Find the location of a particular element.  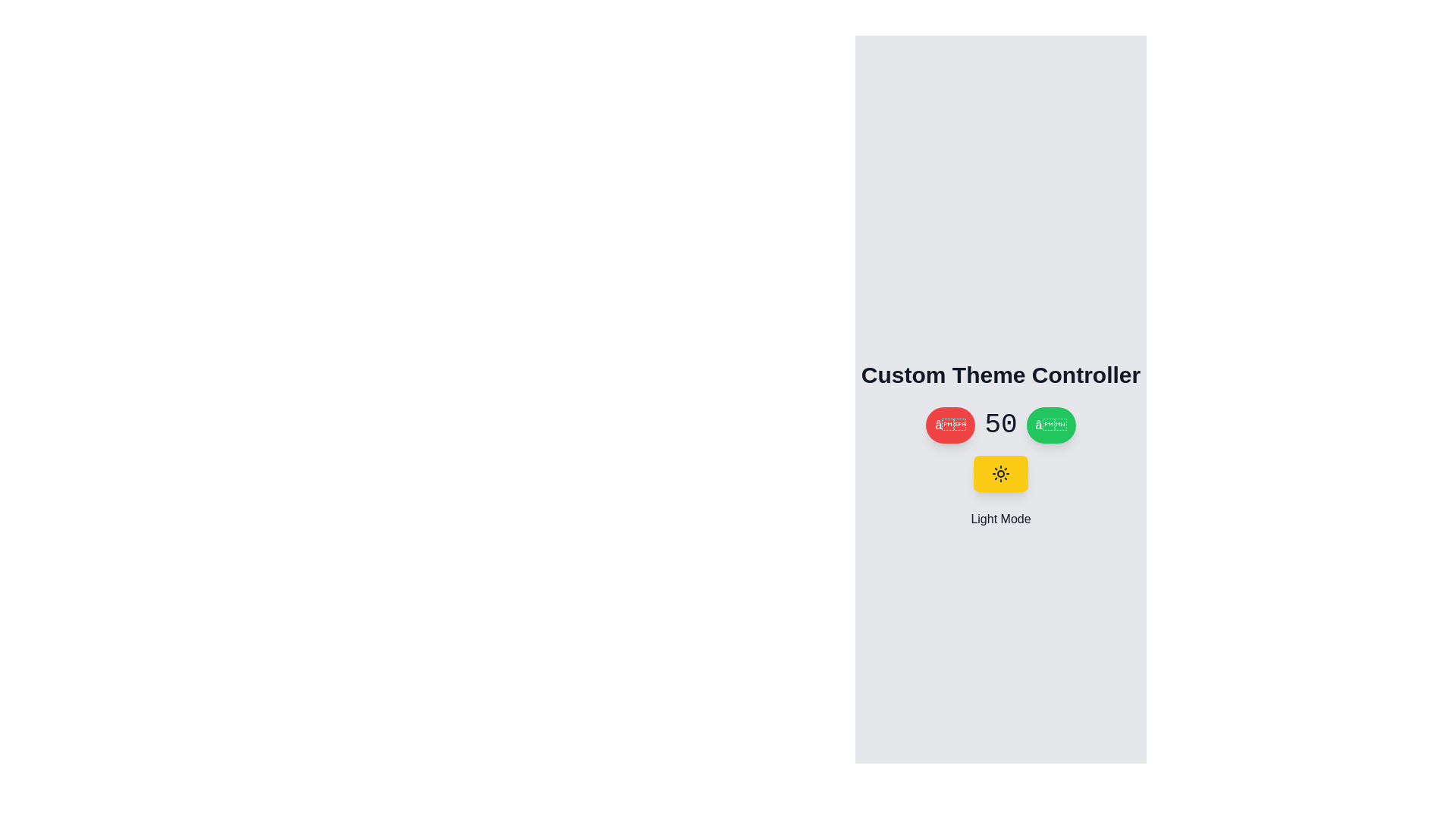

the numeric display text that is centered between a red button on the left and a green button on the right, indicating its purpose to convey a numeric value is located at coordinates (1001, 425).